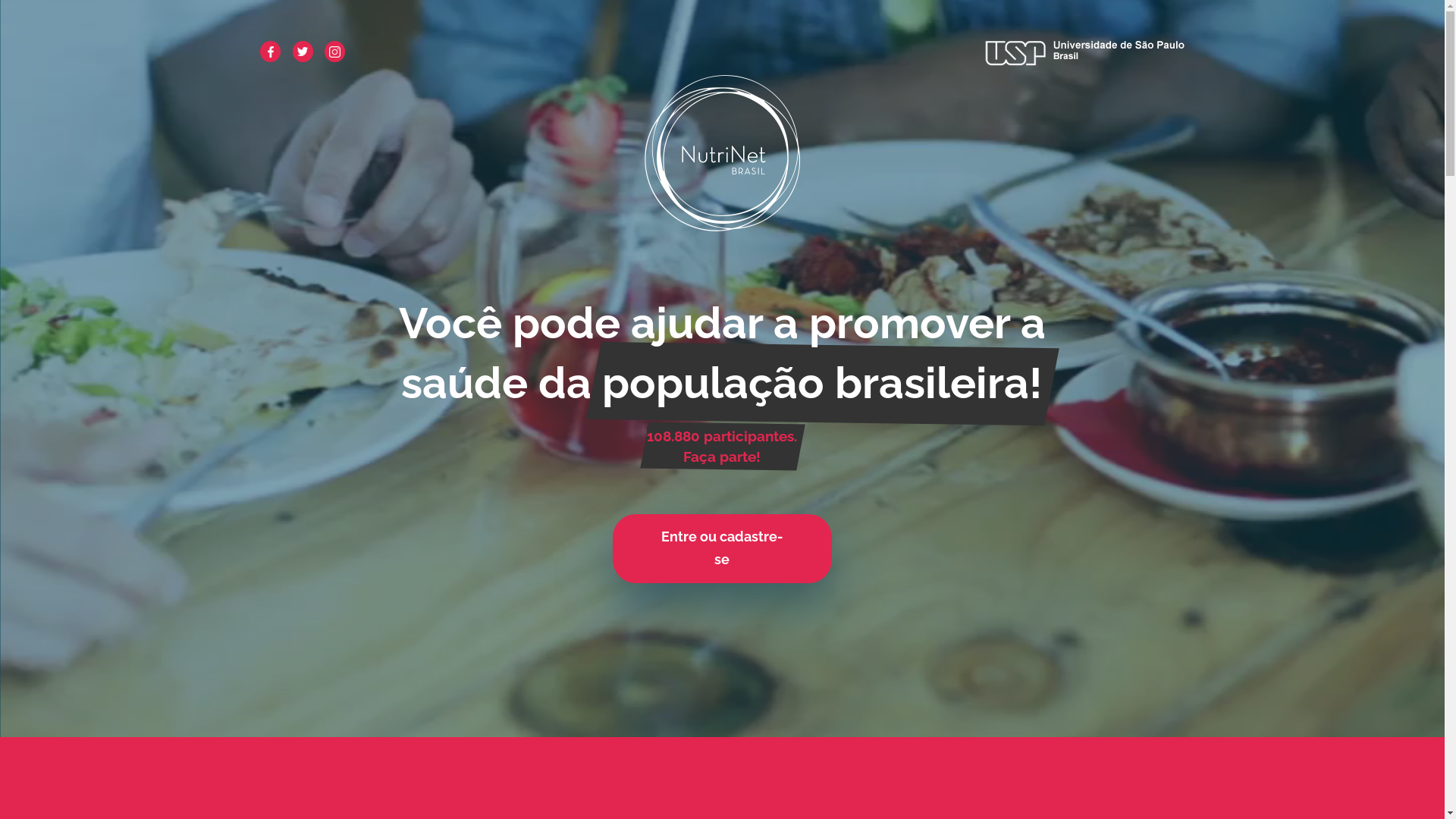  Describe the element at coordinates (323, 50) in the screenshot. I see `'instagram'` at that location.